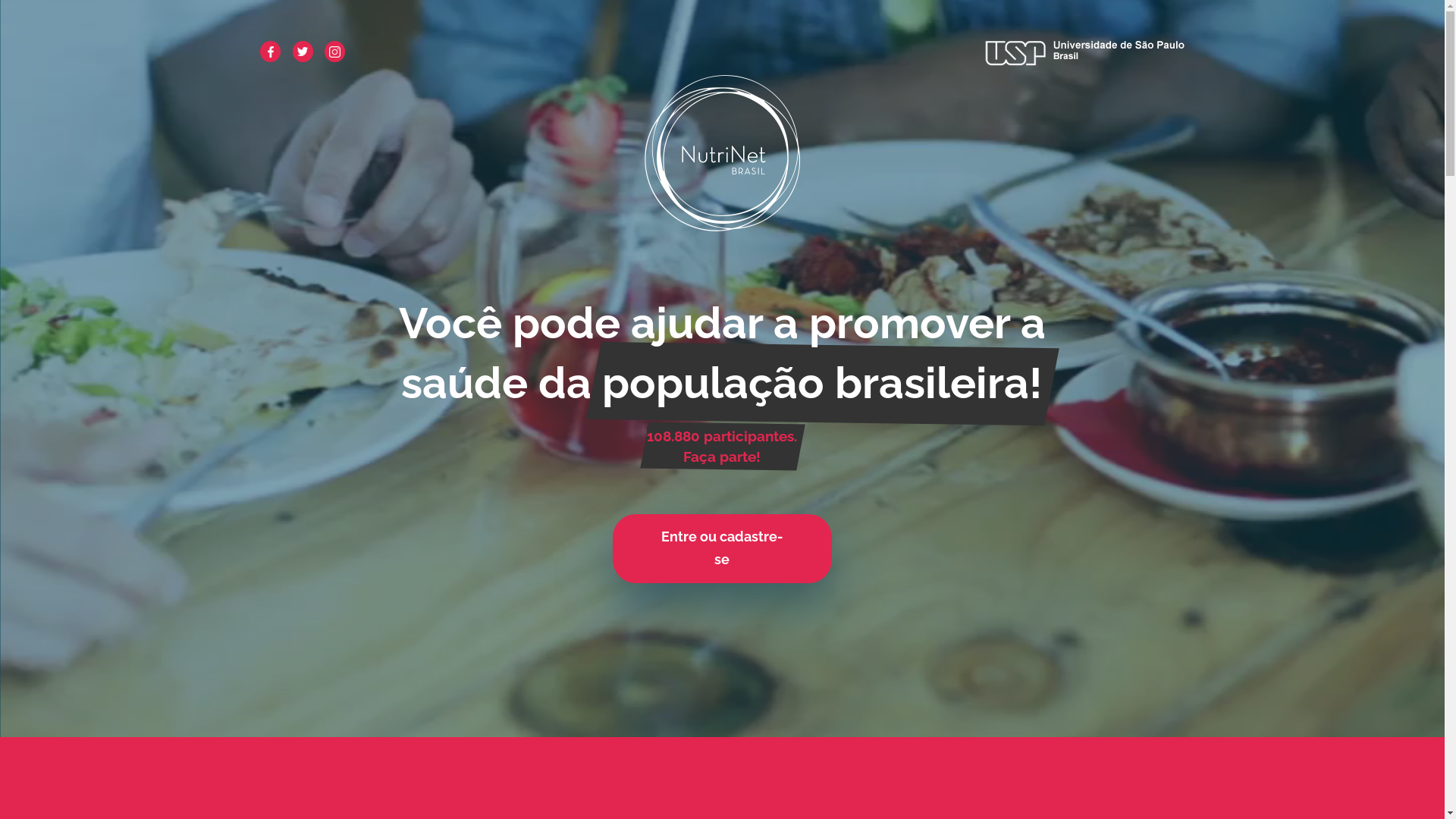  Describe the element at coordinates (323, 50) in the screenshot. I see `'instagram'` at that location.